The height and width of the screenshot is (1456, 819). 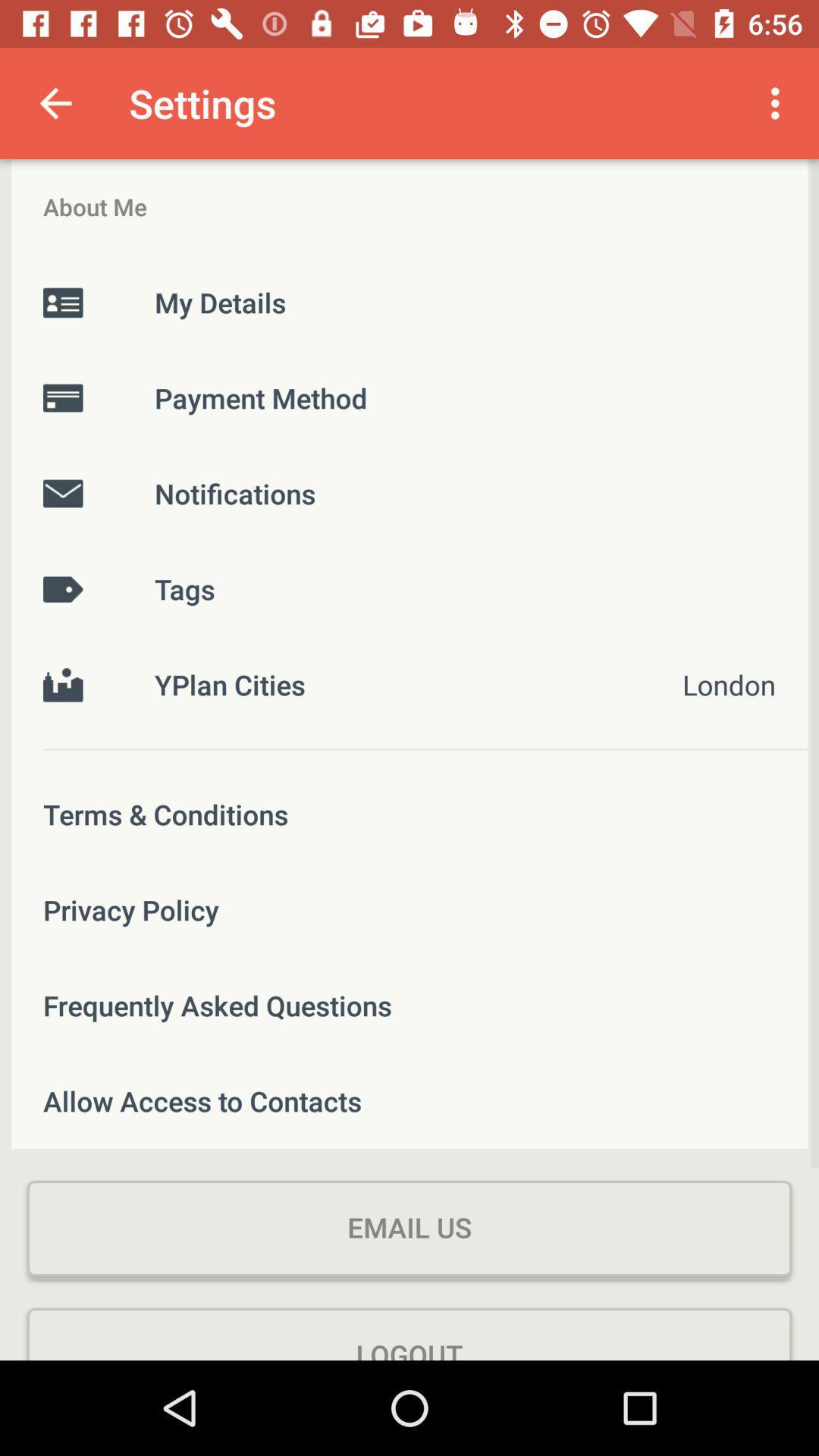 I want to click on the privacy policy icon, so click(x=409, y=910).